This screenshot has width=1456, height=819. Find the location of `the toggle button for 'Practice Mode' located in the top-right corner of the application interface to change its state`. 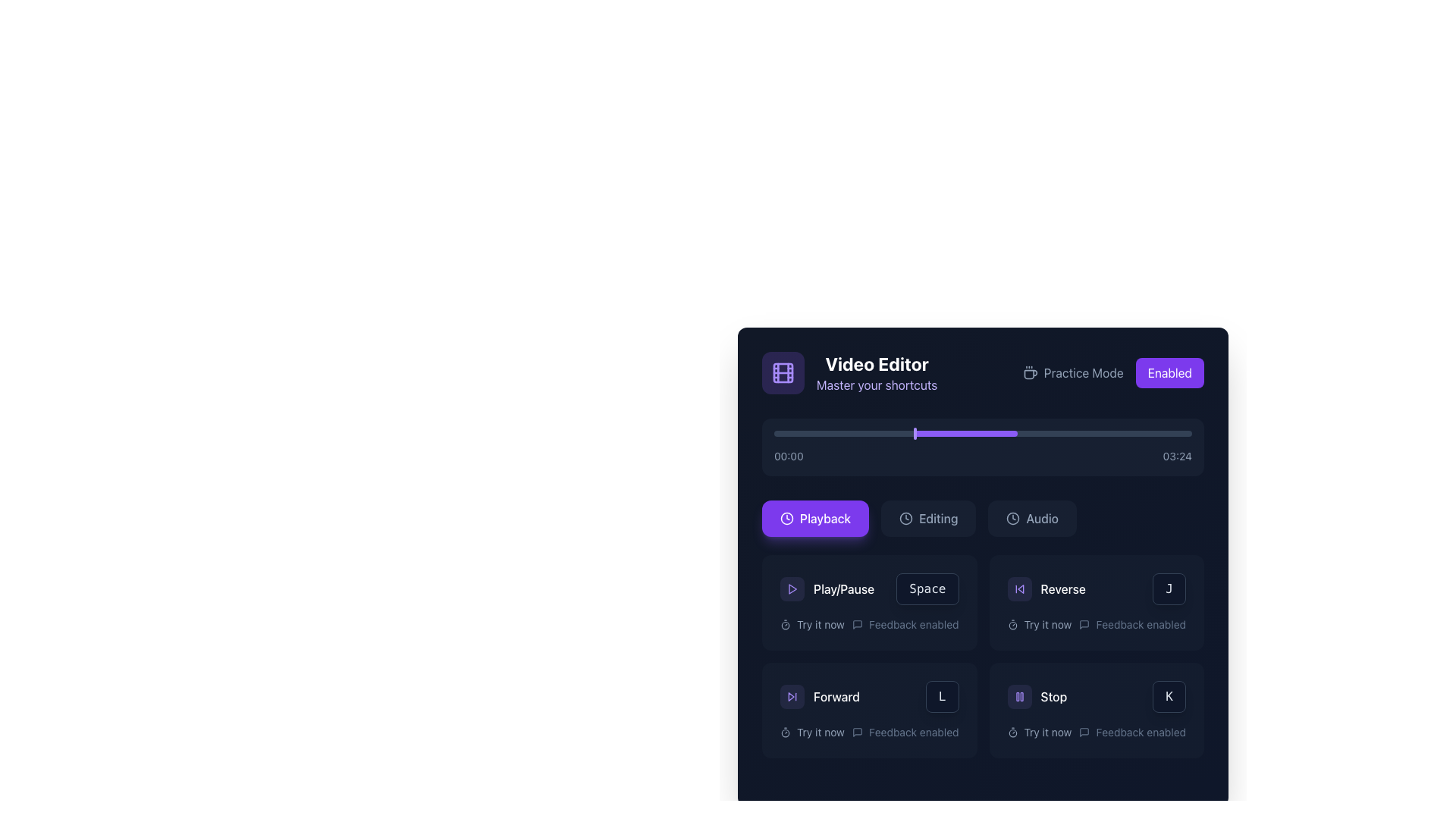

the toggle button for 'Practice Mode' located in the top-right corner of the application interface to change its state is located at coordinates (1169, 373).